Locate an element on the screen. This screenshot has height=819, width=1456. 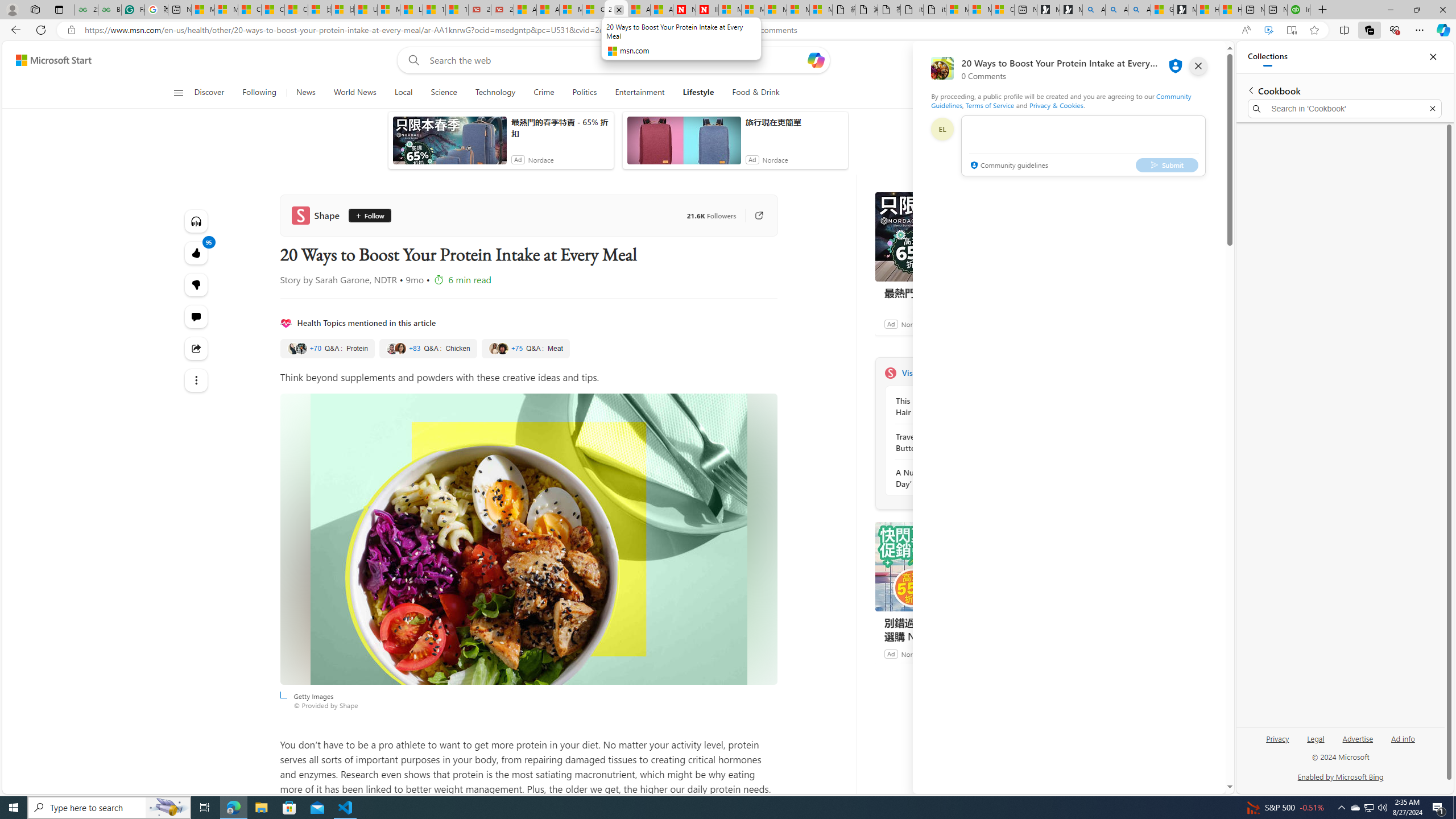
'Local' is located at coordinates (403, 92).